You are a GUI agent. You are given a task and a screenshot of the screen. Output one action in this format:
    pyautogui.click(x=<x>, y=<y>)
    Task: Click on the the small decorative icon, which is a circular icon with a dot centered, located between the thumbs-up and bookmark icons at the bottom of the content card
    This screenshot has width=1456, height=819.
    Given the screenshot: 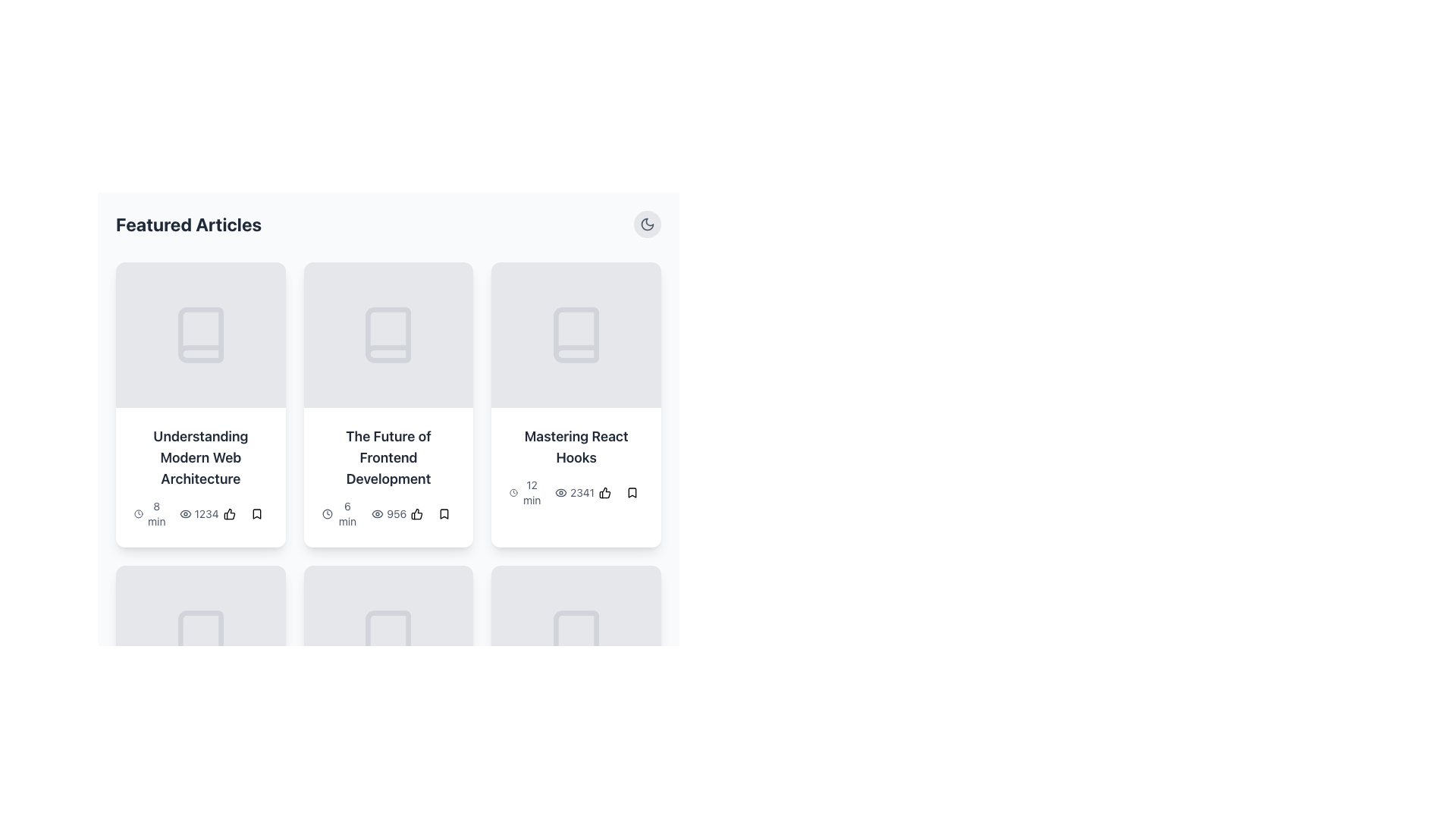 What is the action you would take?
    pyautogui.click(x=243, y=513)
    